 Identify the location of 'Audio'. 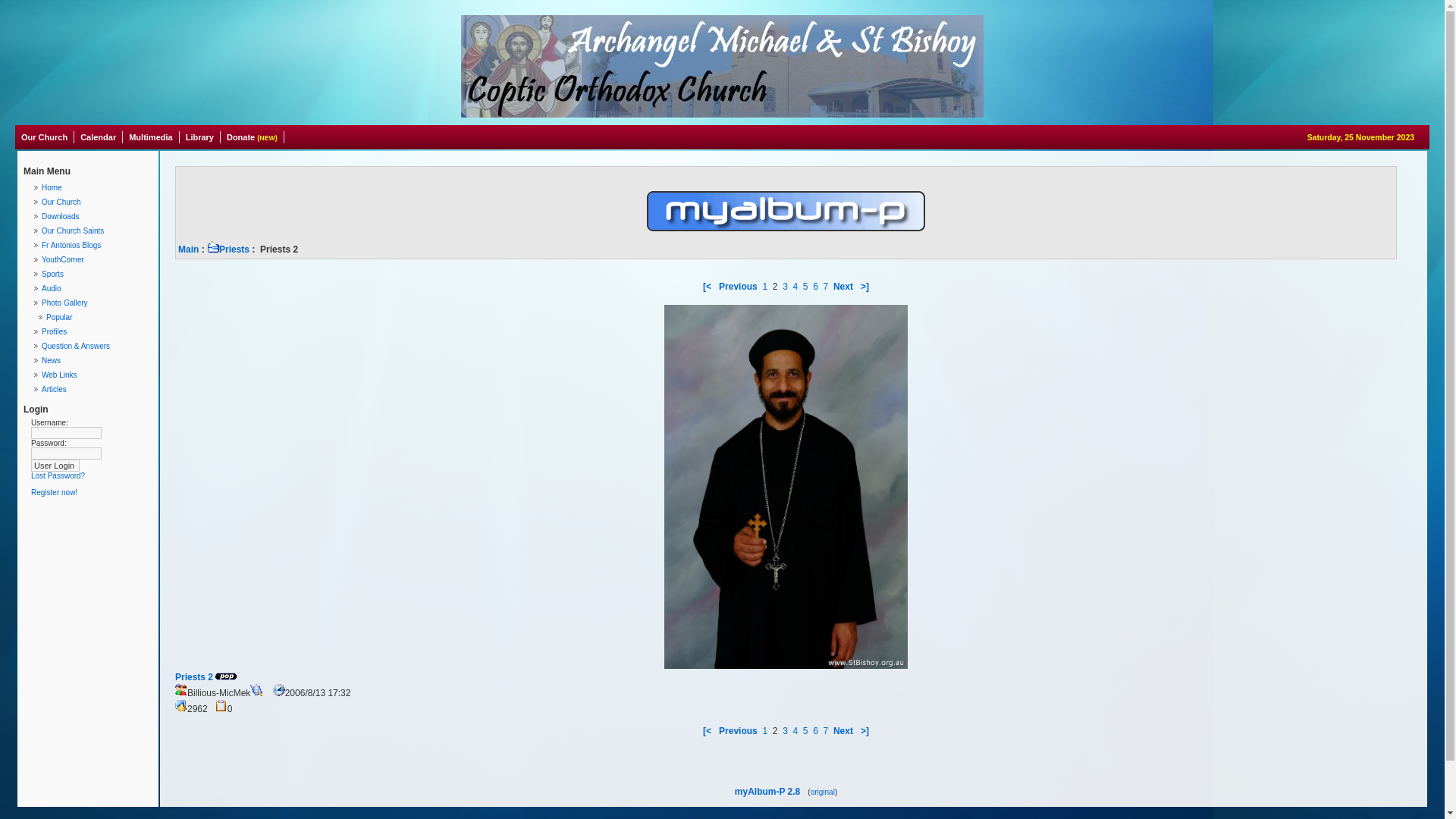
(90, 288).